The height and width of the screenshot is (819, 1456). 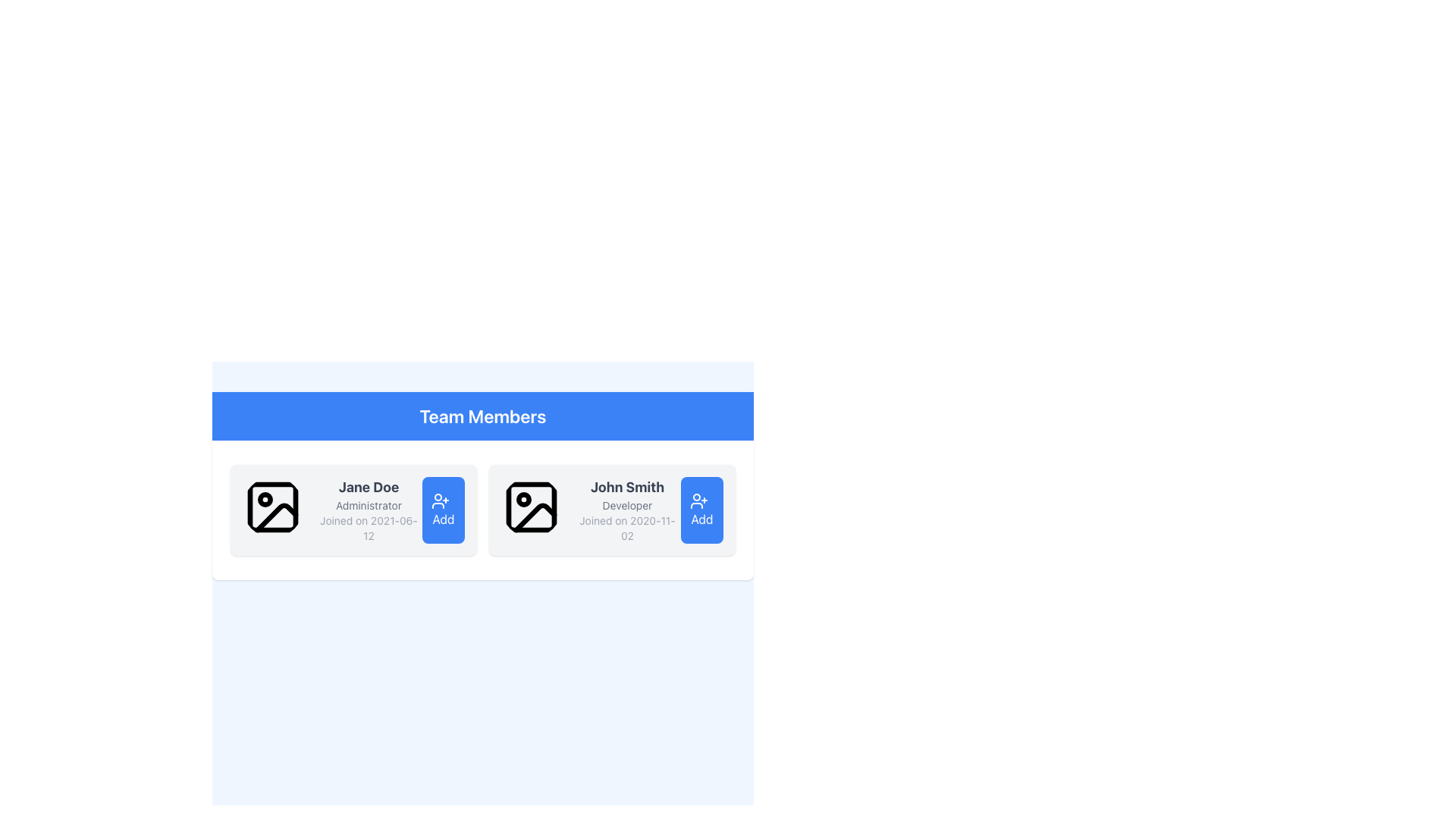 What do you see at coordinates (369, 528) in the screenshot?
I see `the text label displaying 'Joined on 2021-06-12', which is styled in small, gray font and positioned below the 'Administrator' role label` at bounding box center [369, 528].